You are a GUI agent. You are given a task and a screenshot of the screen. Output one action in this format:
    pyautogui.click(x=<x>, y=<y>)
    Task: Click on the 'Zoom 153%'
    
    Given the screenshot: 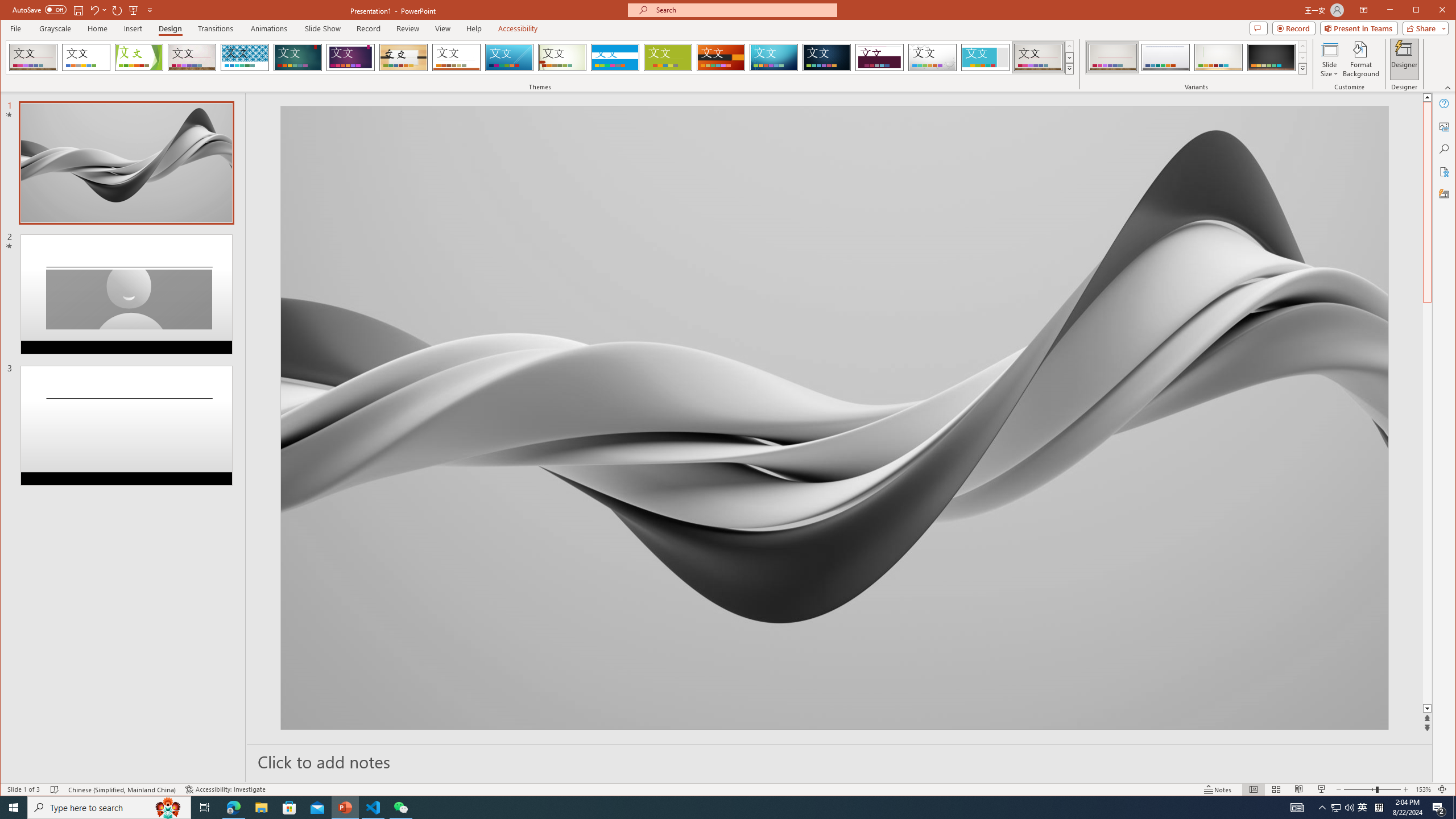 What is the action you would take?
    pyautogui.click(x=1423, y=789)
    